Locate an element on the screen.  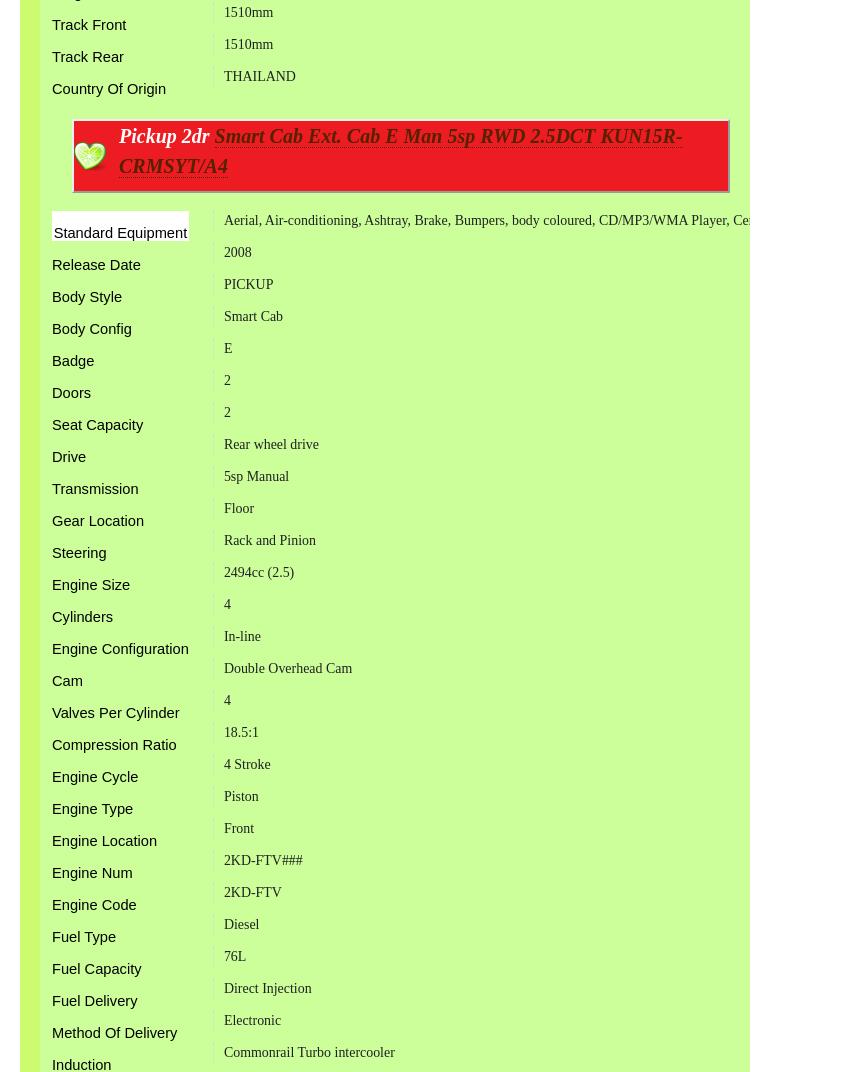
'Engine Size' is located at coordinates (91, 583).